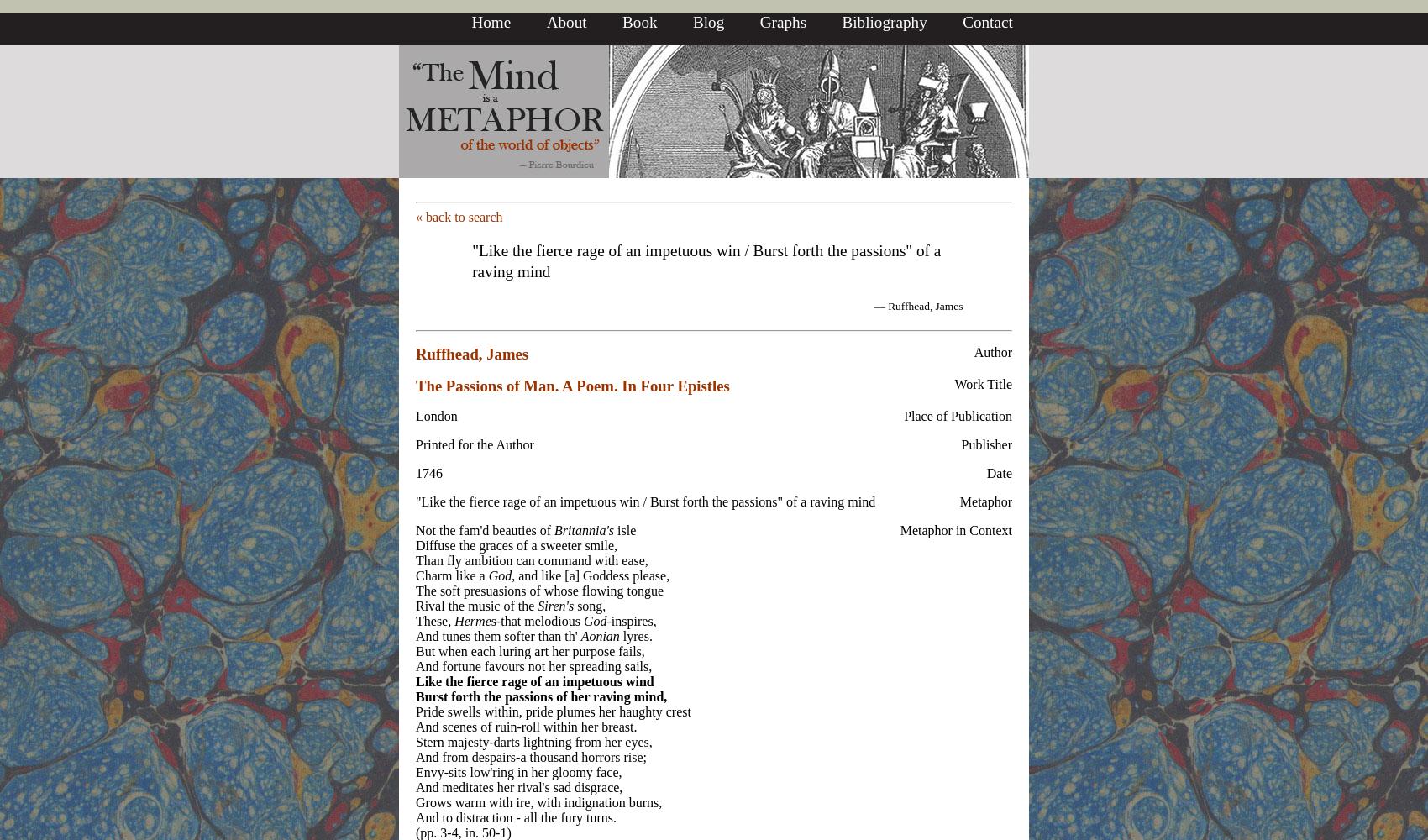 This screenshot has height=840, width=1428. Describe the element at coordinates (533, 665) in the screenshot. I see `'And fortune favours not her spreading sails,'` at that location.